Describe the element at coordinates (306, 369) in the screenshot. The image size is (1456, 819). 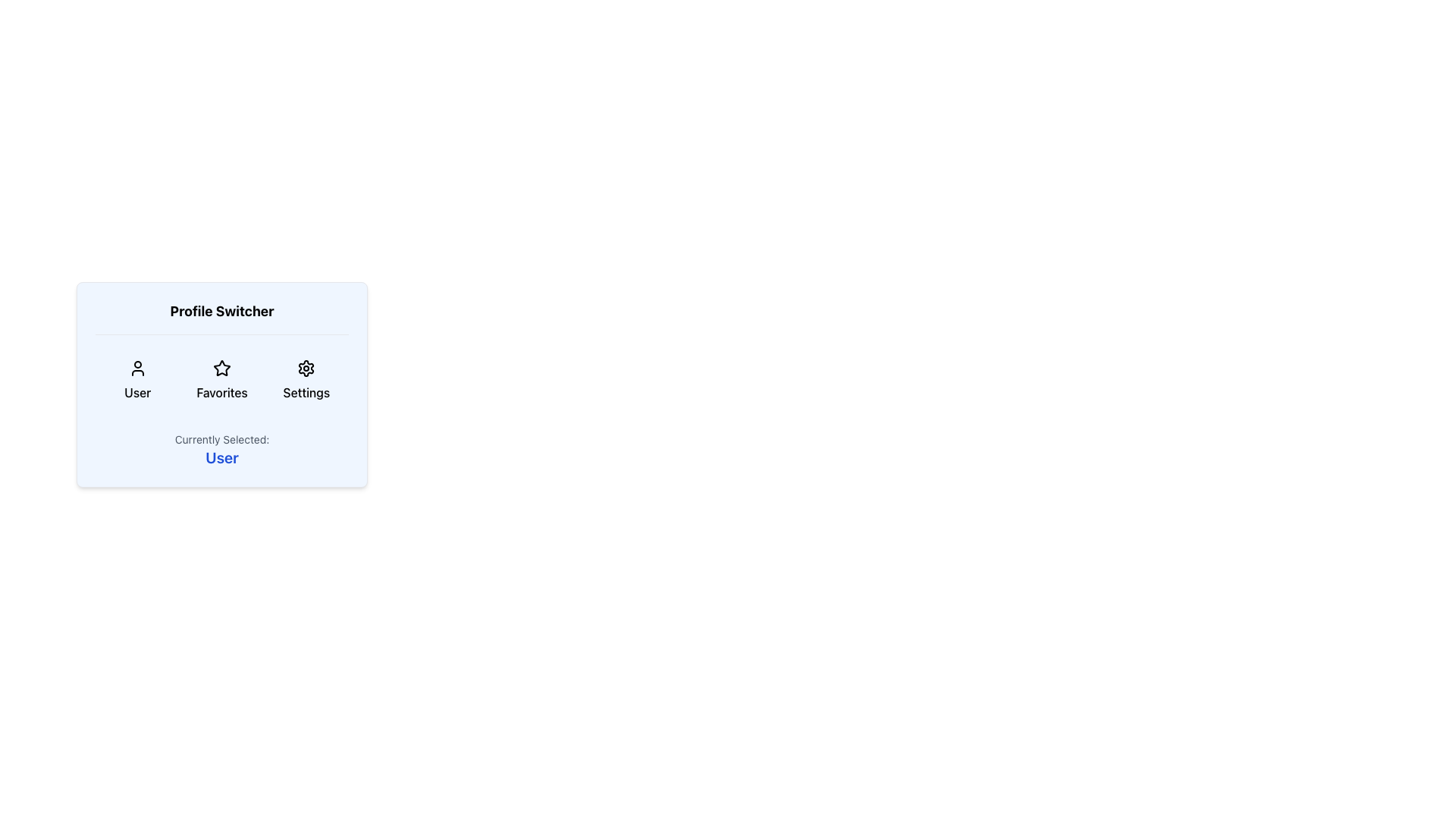
I see `the gear icon representing settings in the top-right area of the 'Profile Switcher' card` at that location.